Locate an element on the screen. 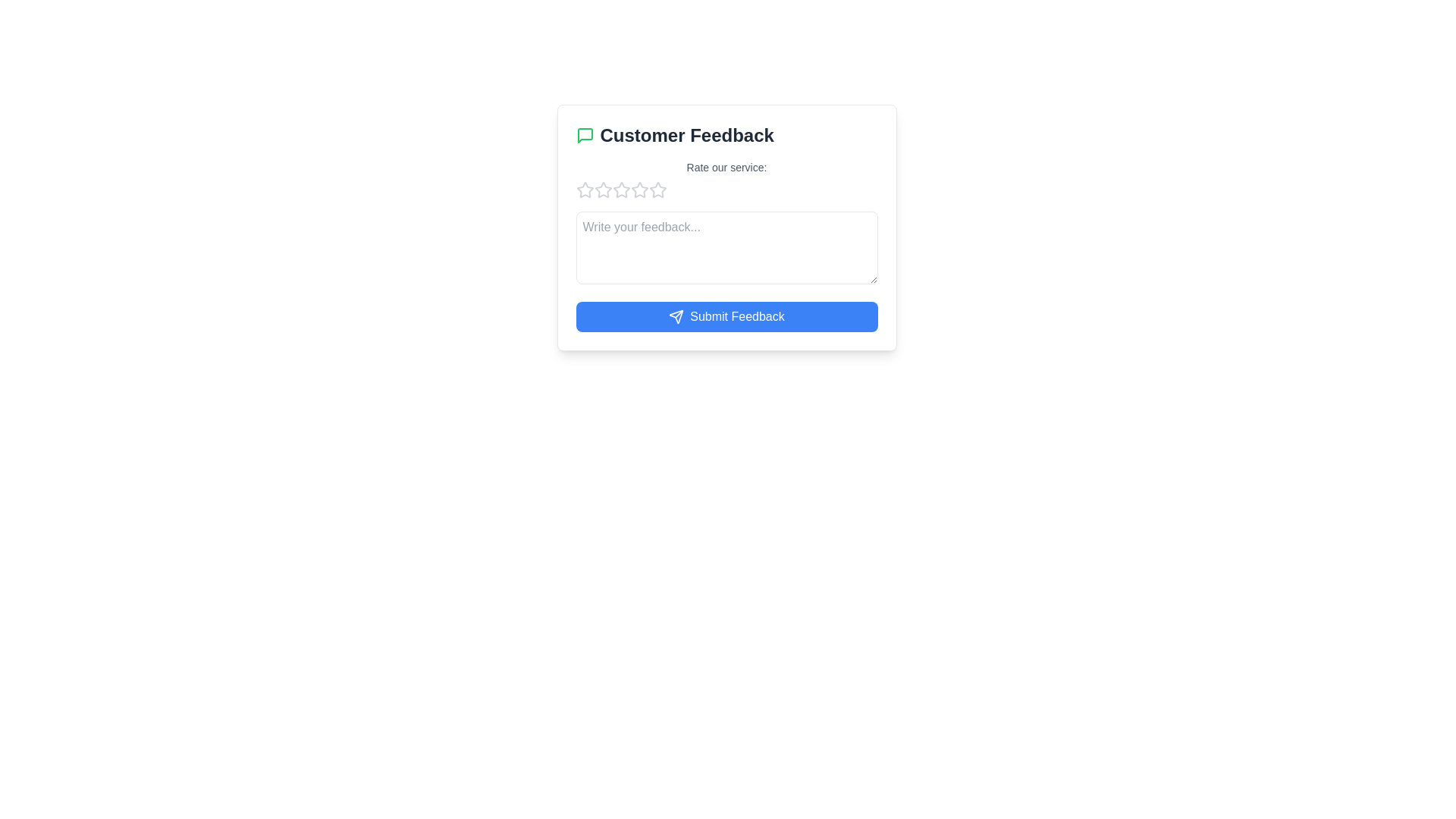 Image resolution: width=1456 pixels, height=819 pixels. the speech bubble icon styled in green is located at coordinates (584, 134).